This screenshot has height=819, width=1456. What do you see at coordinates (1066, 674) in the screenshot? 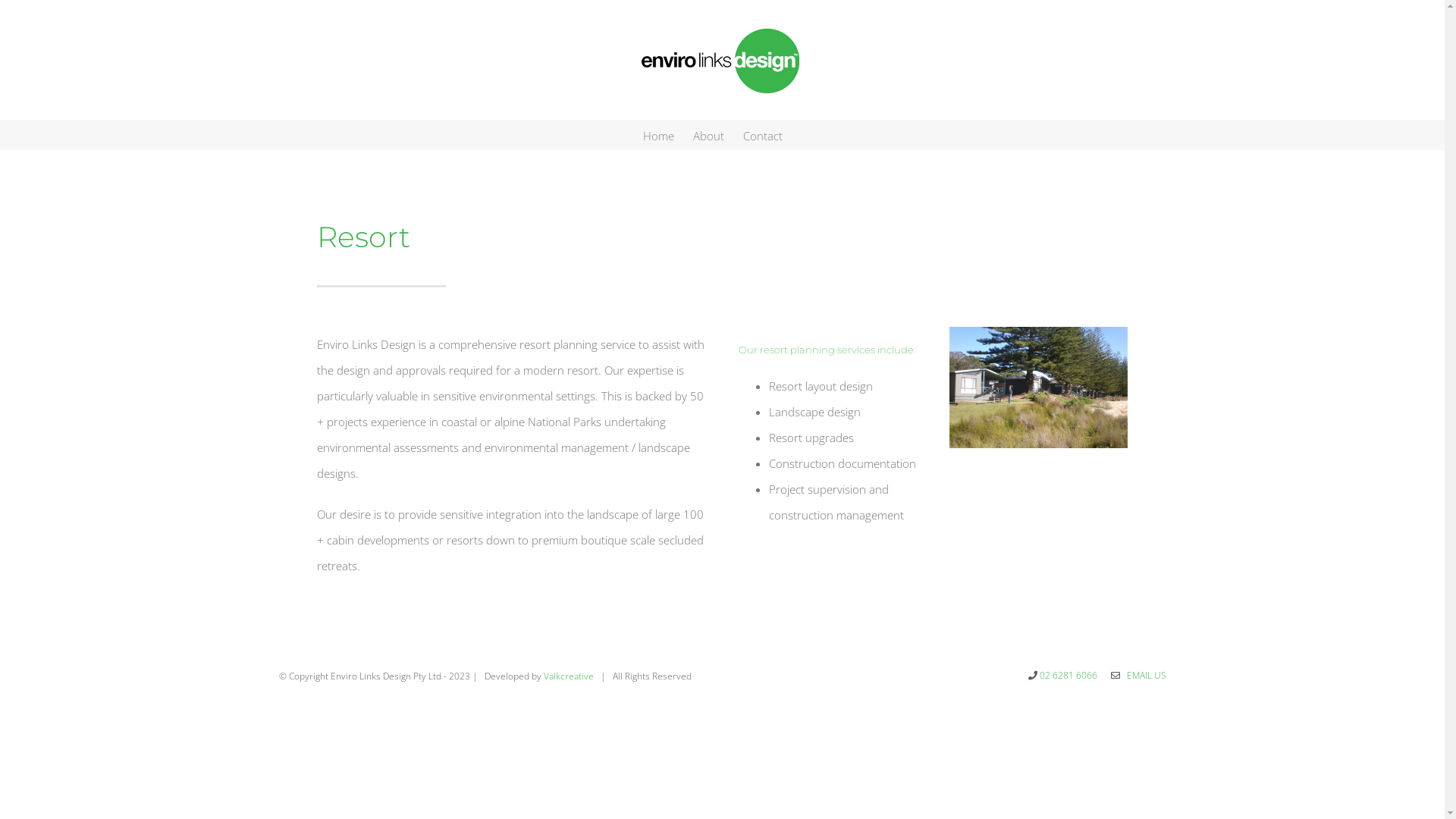
I see `'02 6281 6066'` at bounding box center [1066, 674].